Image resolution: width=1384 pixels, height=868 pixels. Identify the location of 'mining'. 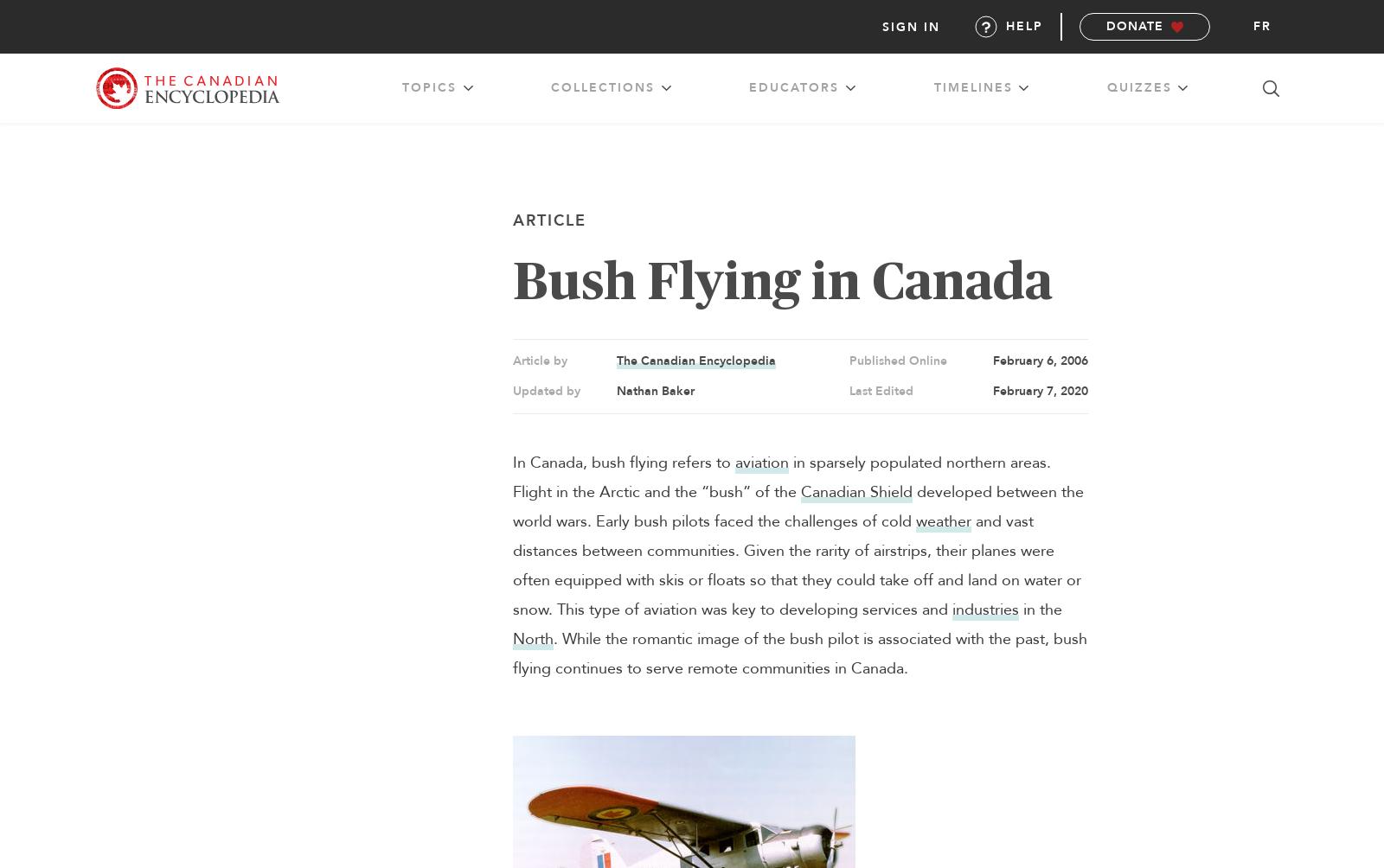
(554, 130).